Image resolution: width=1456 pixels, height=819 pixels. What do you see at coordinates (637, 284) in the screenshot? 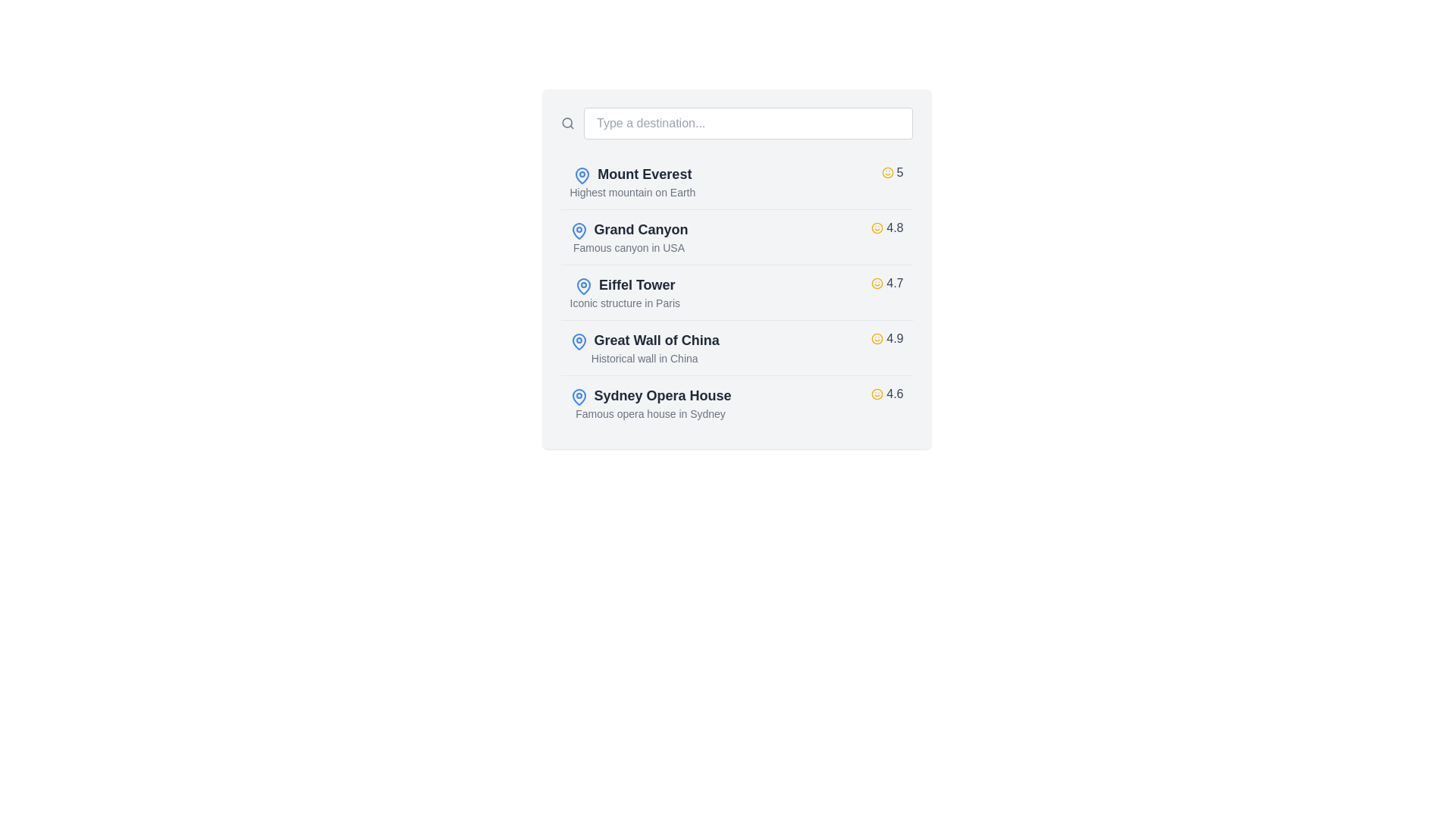
I see `text label for the destination 'Eiffel Tower', which is the second line of text in a vertically-oriented list of destinations, positioned below an icon and above its description` at bounding box center [637, 284].